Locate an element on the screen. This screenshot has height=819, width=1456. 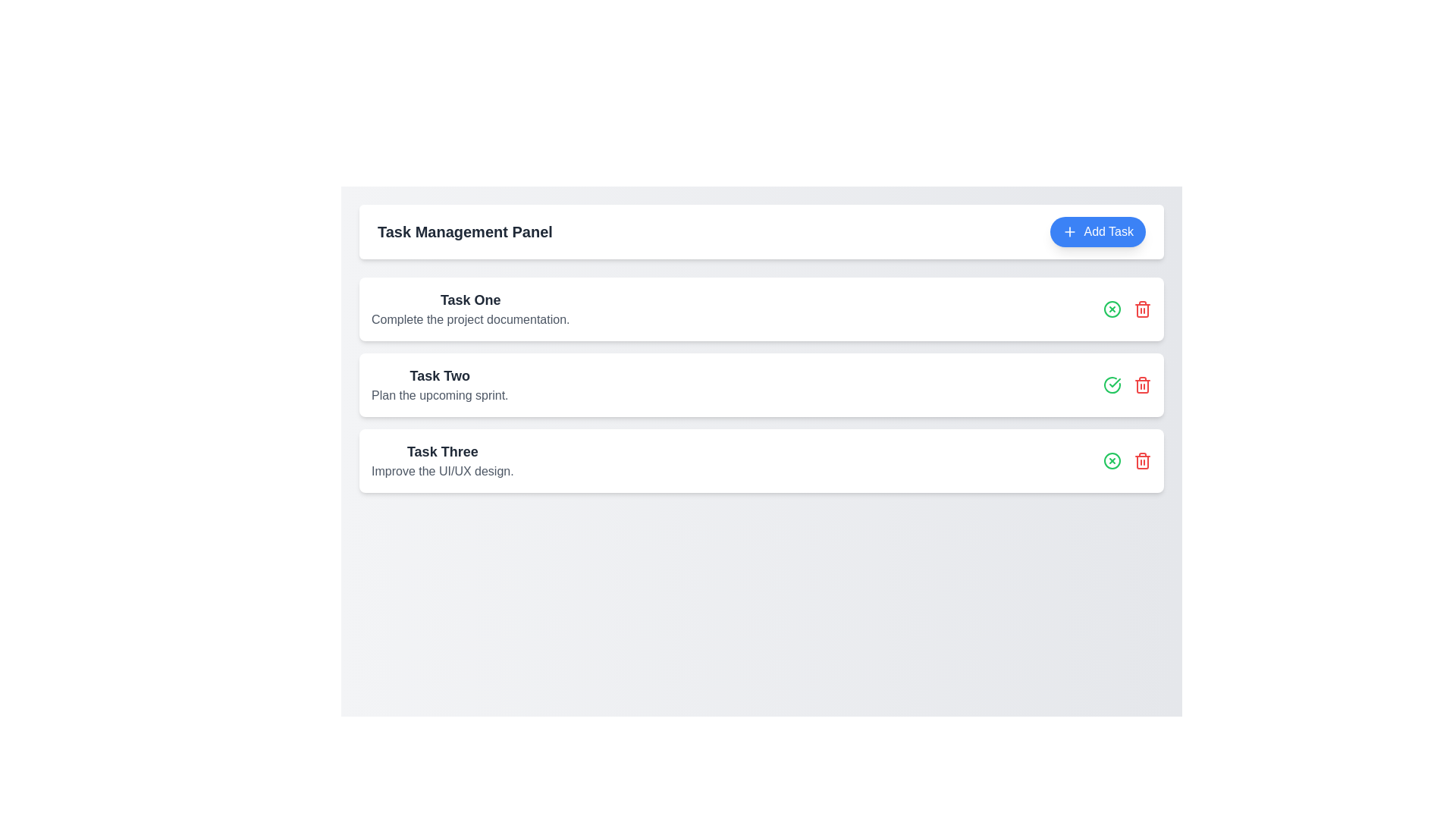
the red trash icon located on the right side of the second task card in the task list is located at coordinates (1143, 309).